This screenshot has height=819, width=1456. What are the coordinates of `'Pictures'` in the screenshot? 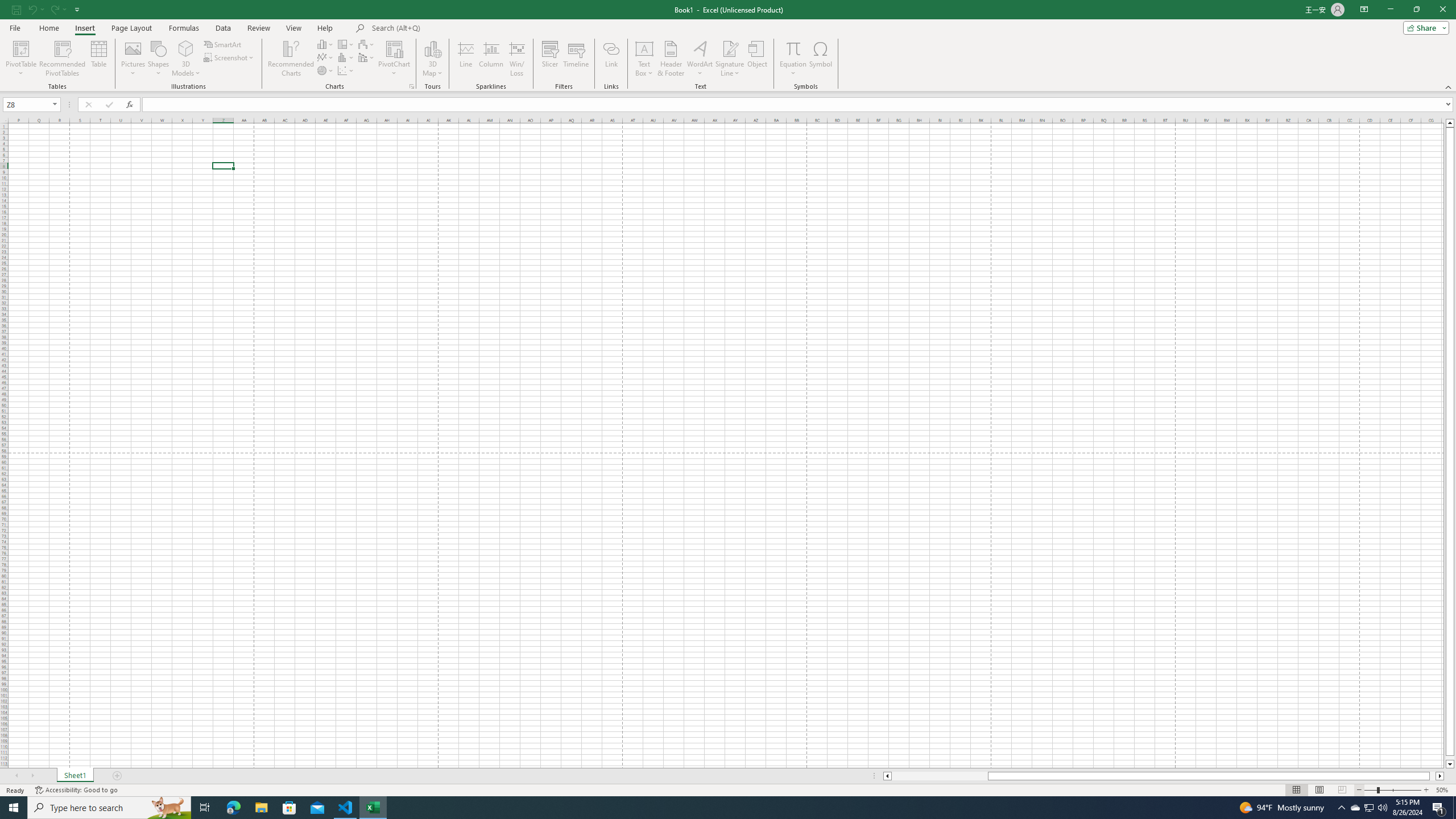 It's located at (133, 59).